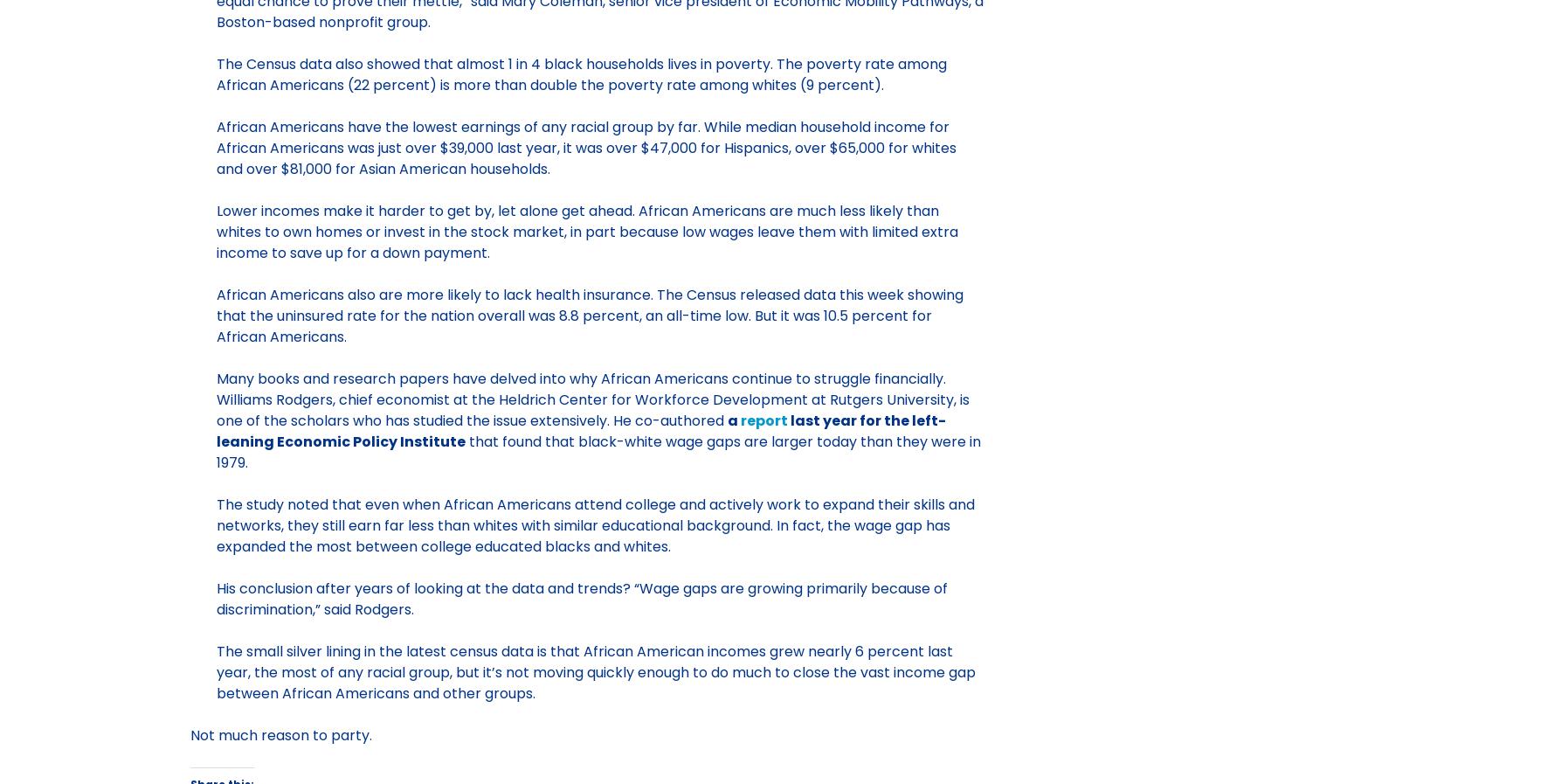 The height and width of the screenshot is (784, 1568). I want to click on 'African Americans also are more likely to lack health insurance. The Census released data this week showing that the uninsured rate for the nation overall was 8.8 percent, an all-time low. But it was 10.5 percent for African Americans.', so click(588, 314).